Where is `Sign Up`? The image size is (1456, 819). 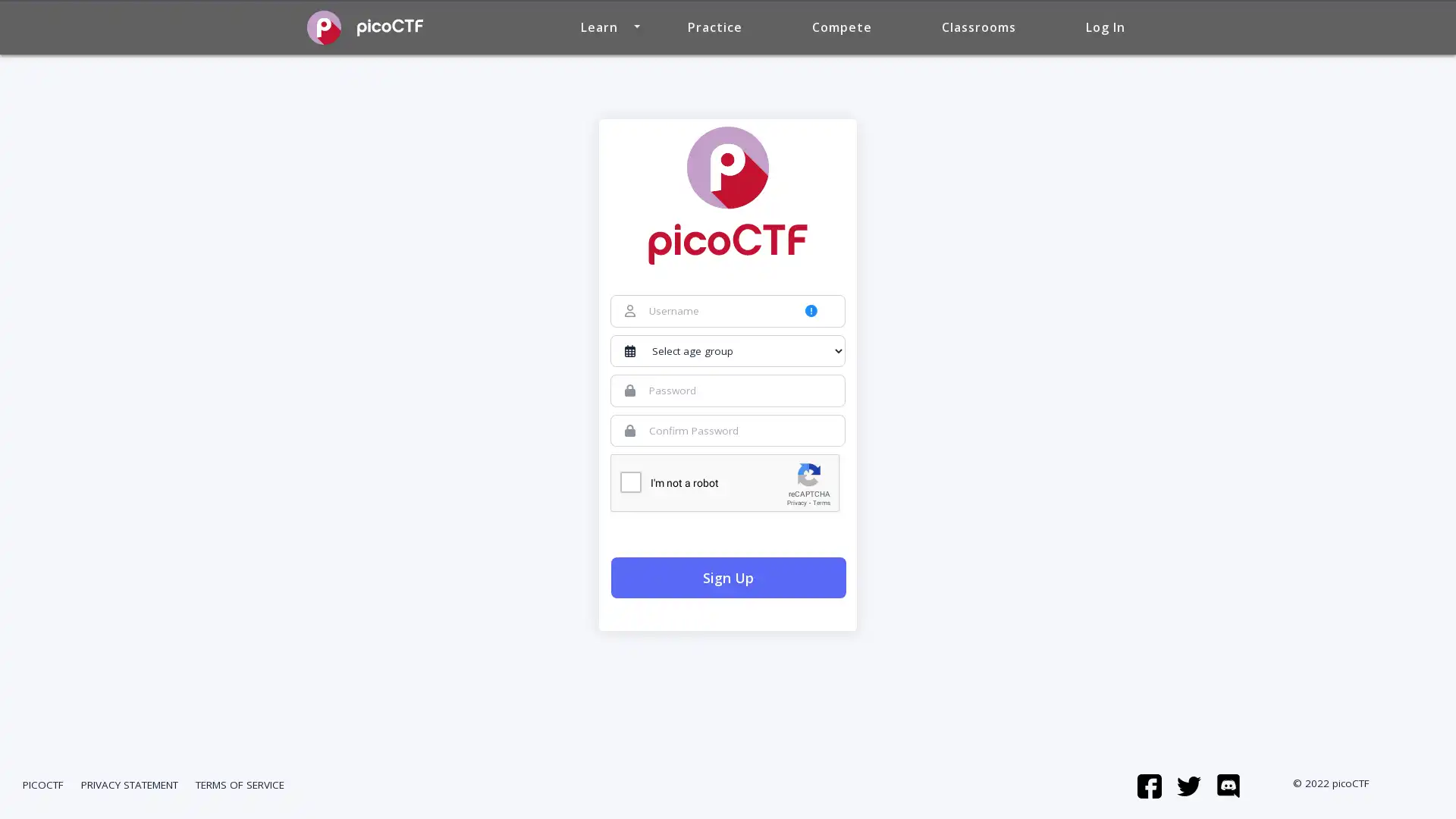
Sign Up is located at coordinates (728, 578).